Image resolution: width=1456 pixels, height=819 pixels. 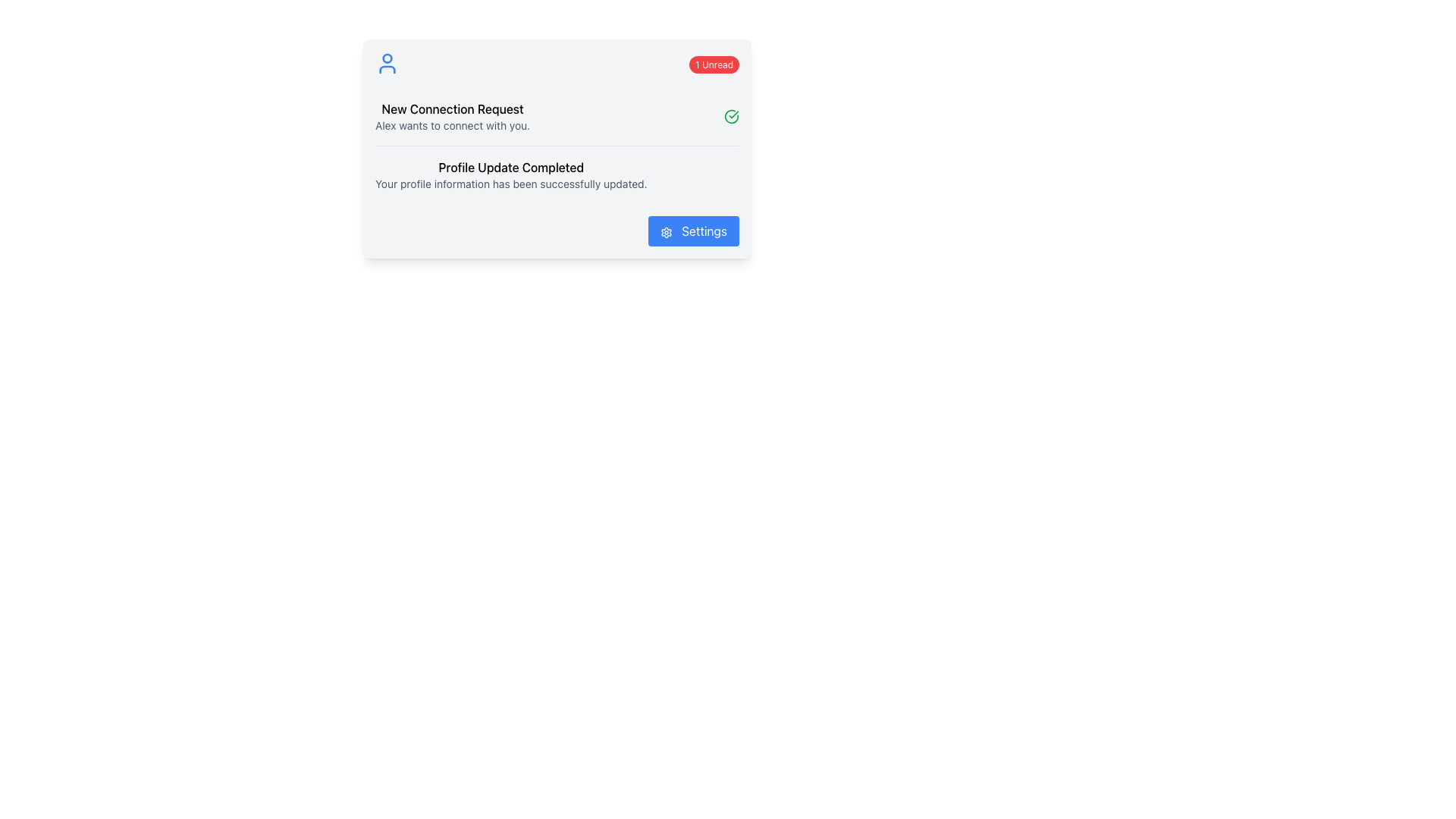 I want to click on the static notification text that informs the user about the successful update of their profile information, so click(x=511, y=174).